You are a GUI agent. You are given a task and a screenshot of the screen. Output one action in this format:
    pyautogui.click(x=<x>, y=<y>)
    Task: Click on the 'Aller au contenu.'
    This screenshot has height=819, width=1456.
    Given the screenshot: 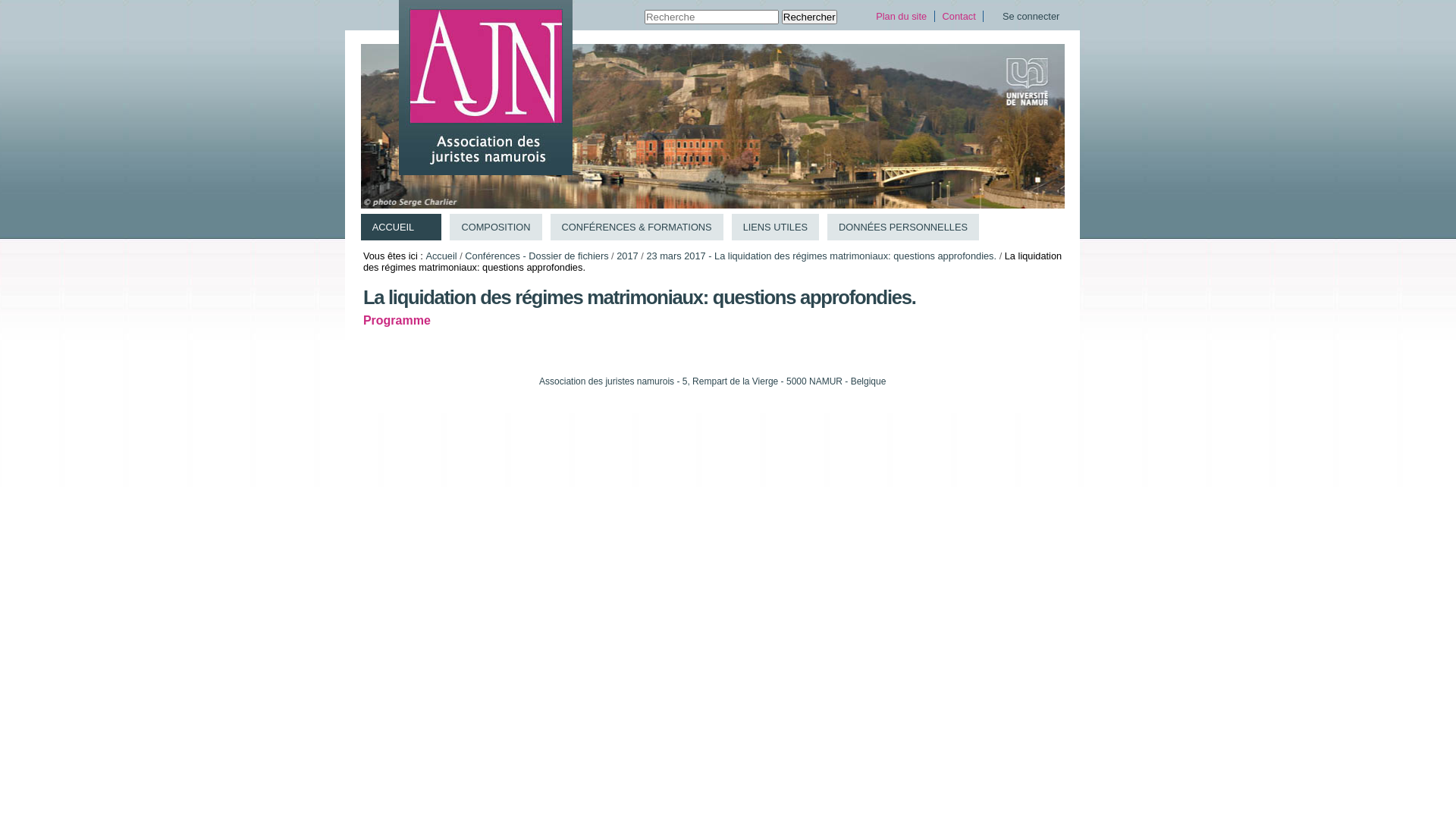 What is the action you would take?
    pyautogui.click(x=359, y=48)
    